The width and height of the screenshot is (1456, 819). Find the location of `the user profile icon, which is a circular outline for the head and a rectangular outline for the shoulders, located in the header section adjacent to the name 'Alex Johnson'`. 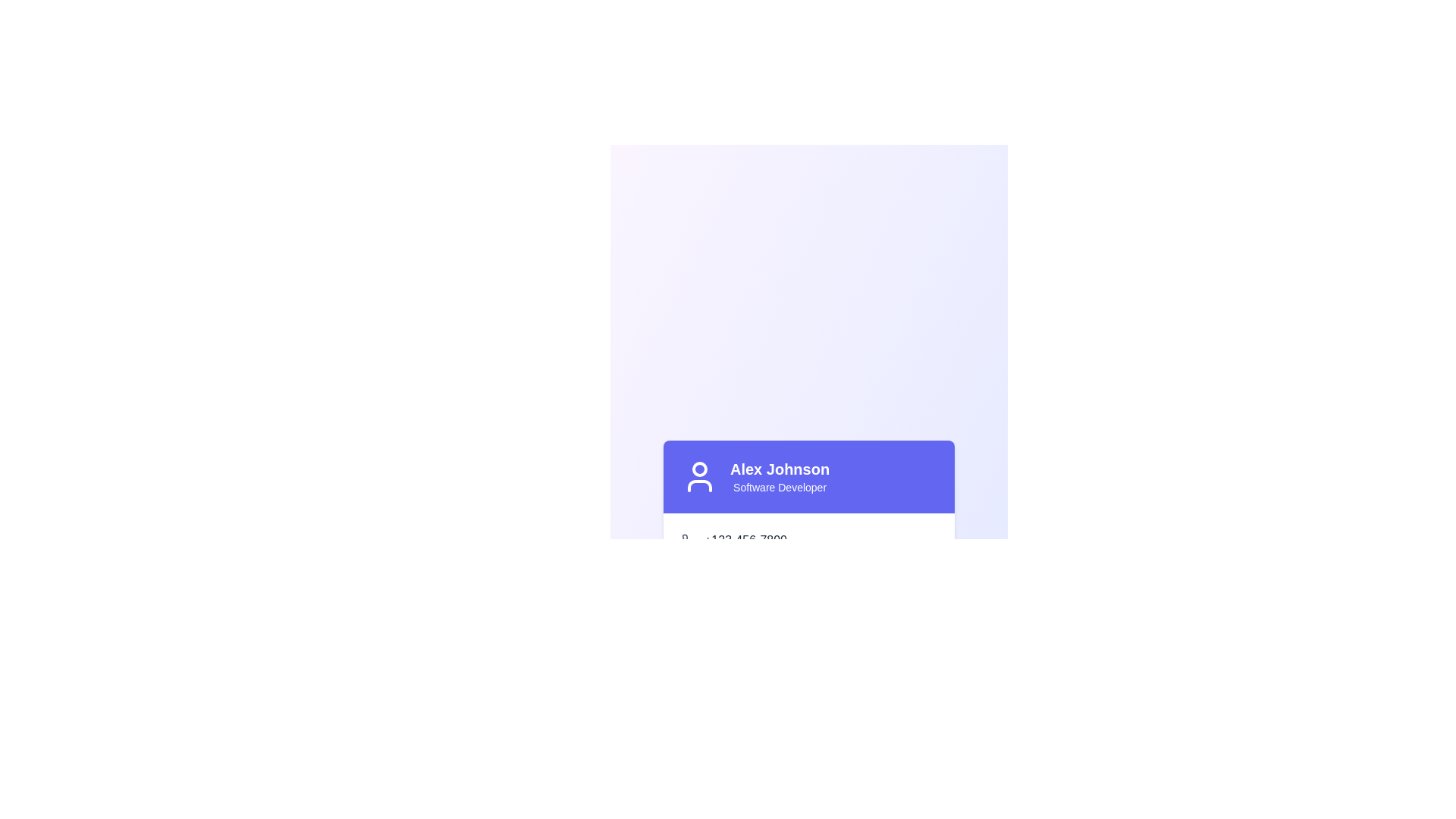

the user profile icon, which is a circular outline for the head and a rectangular outline for the shoulders, located in the header section adjacent to the name 'Alex Johnson' is located at coordinates (698, 475).